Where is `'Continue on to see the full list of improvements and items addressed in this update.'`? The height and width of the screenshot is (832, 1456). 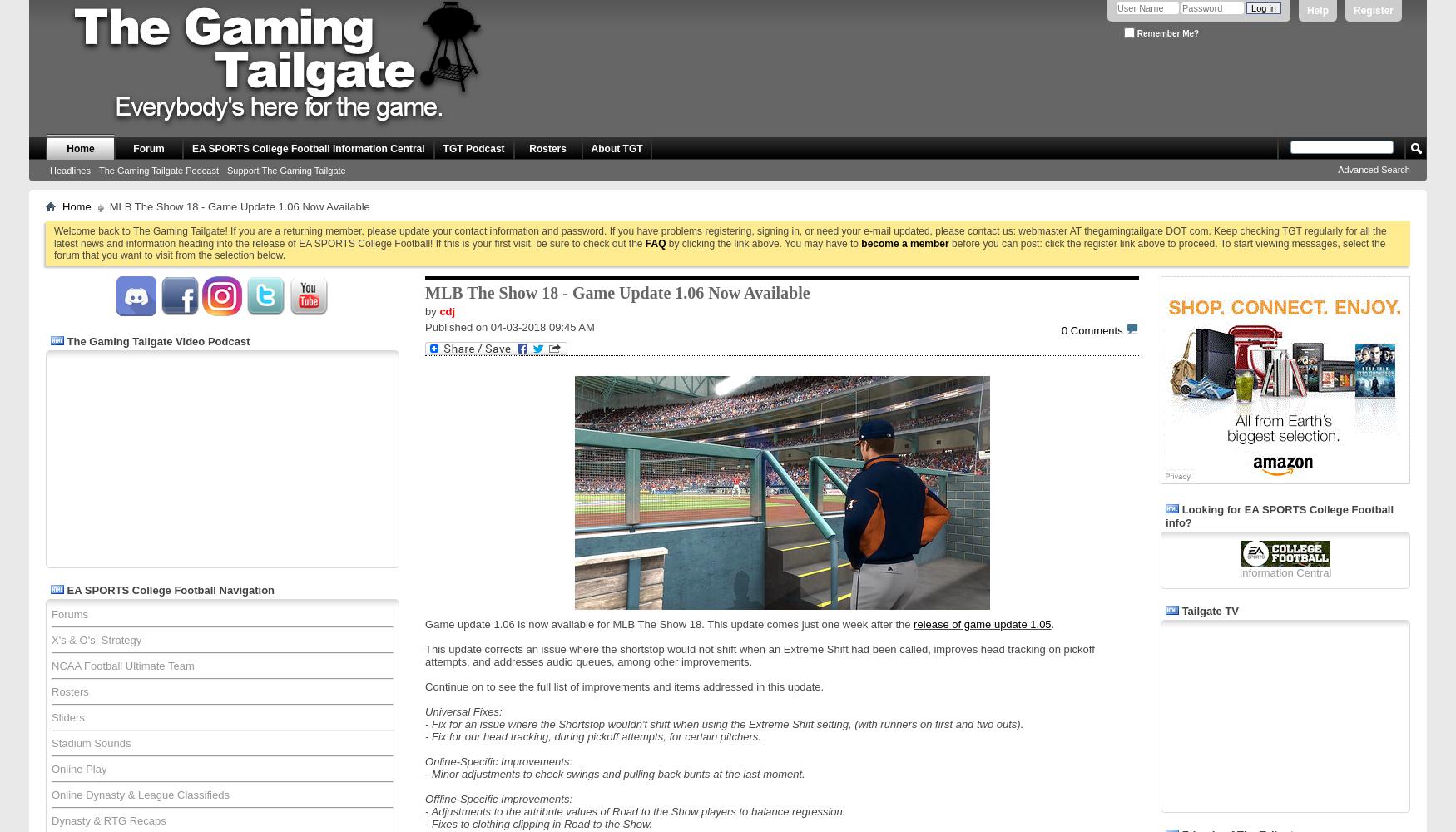 'Continue on to see the full list of improvements and items addressed in this update.' is located at coordinates (624, 685).